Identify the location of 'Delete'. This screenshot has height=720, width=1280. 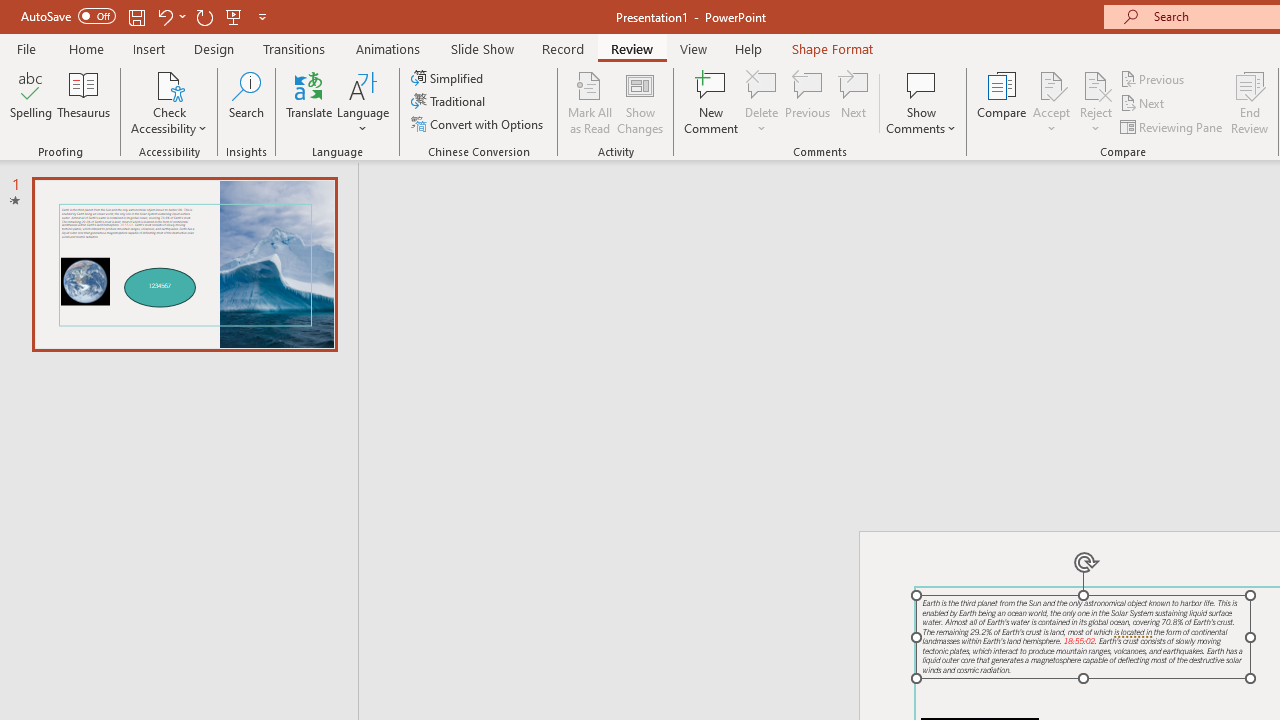
(761, 103).